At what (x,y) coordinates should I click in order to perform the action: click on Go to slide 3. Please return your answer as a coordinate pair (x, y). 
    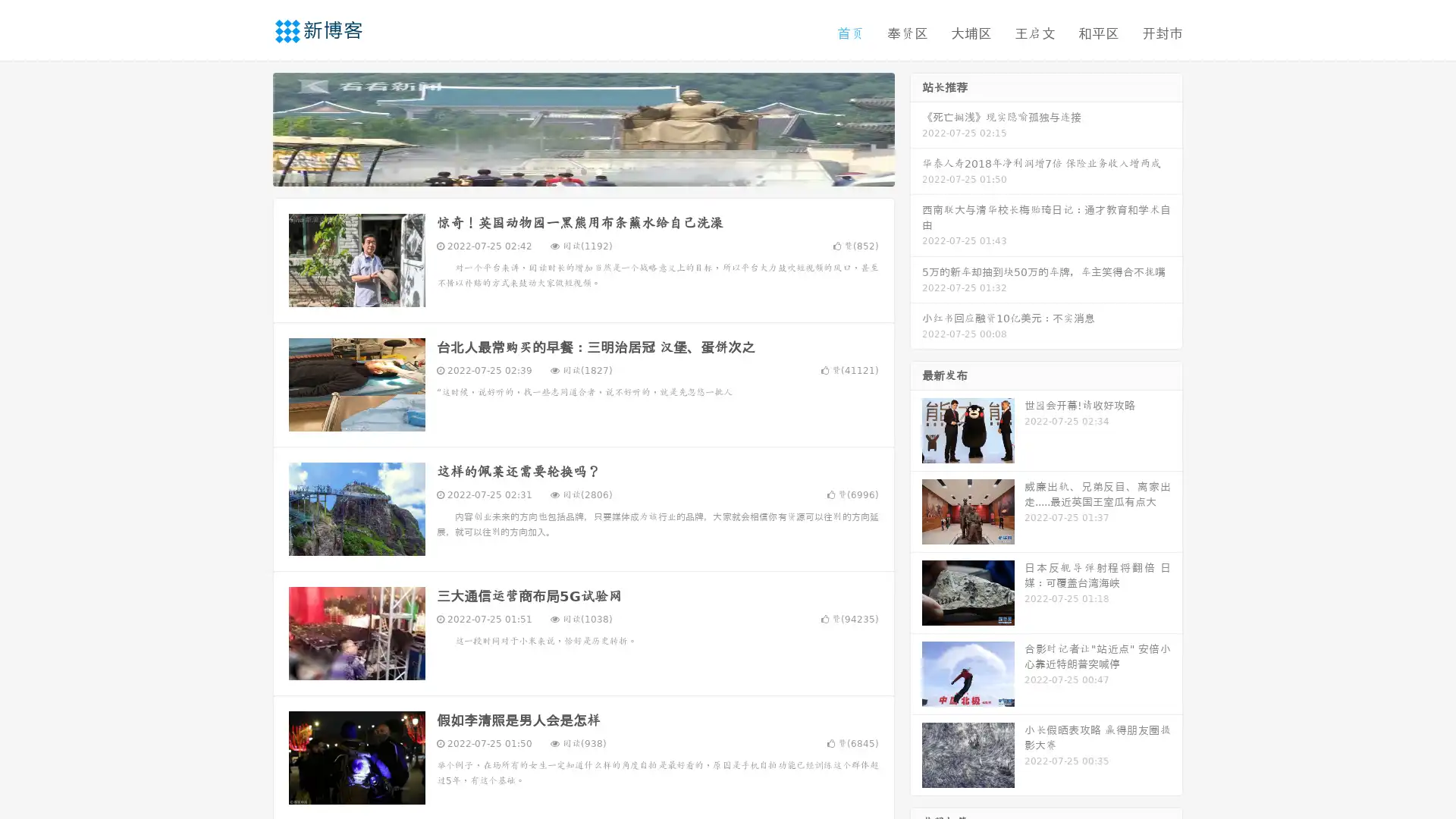
    Looking at the image, I should click on (598, 171).